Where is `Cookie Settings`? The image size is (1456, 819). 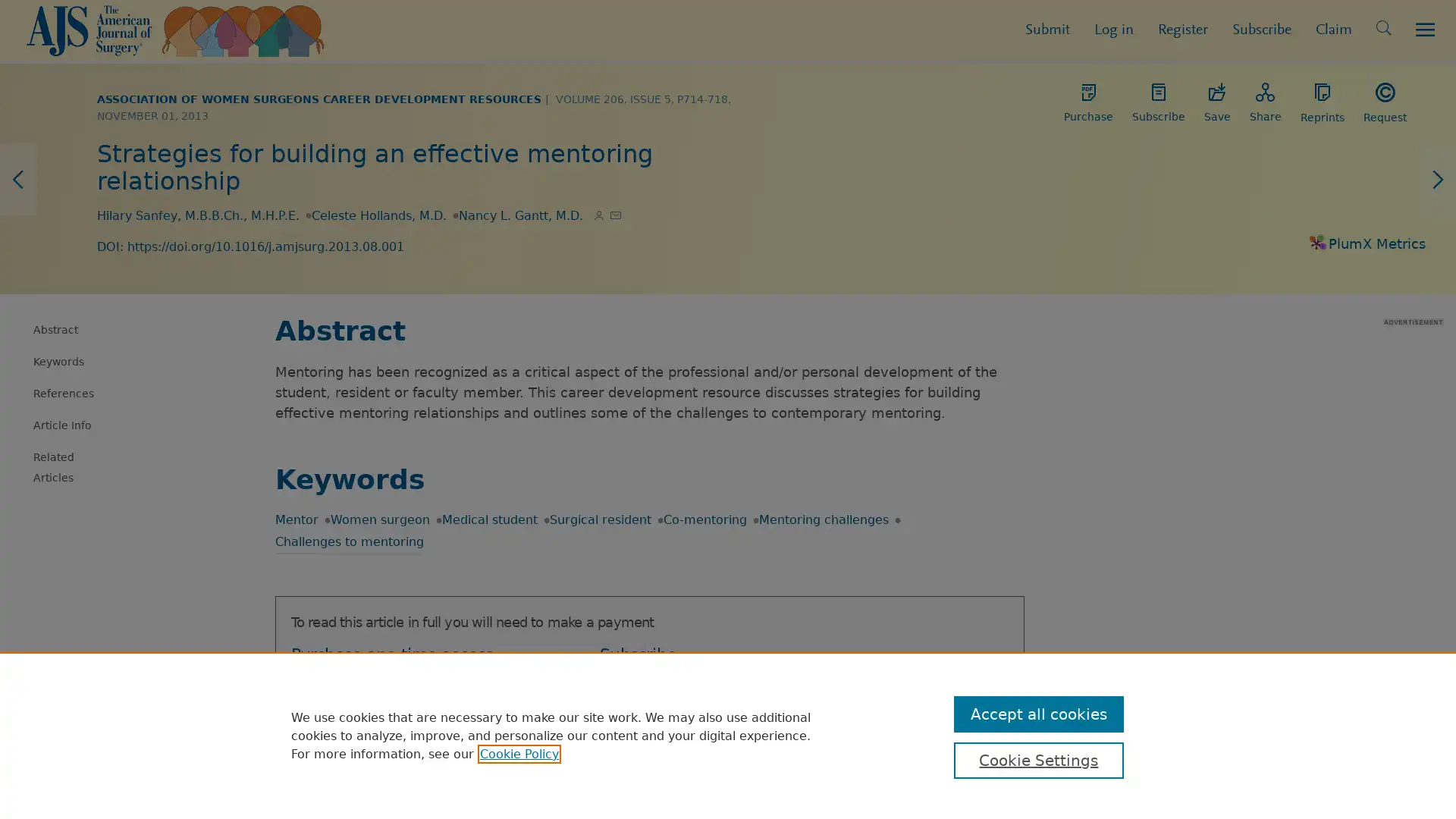
Cookie Settings is located at coordinates (1037, 760).